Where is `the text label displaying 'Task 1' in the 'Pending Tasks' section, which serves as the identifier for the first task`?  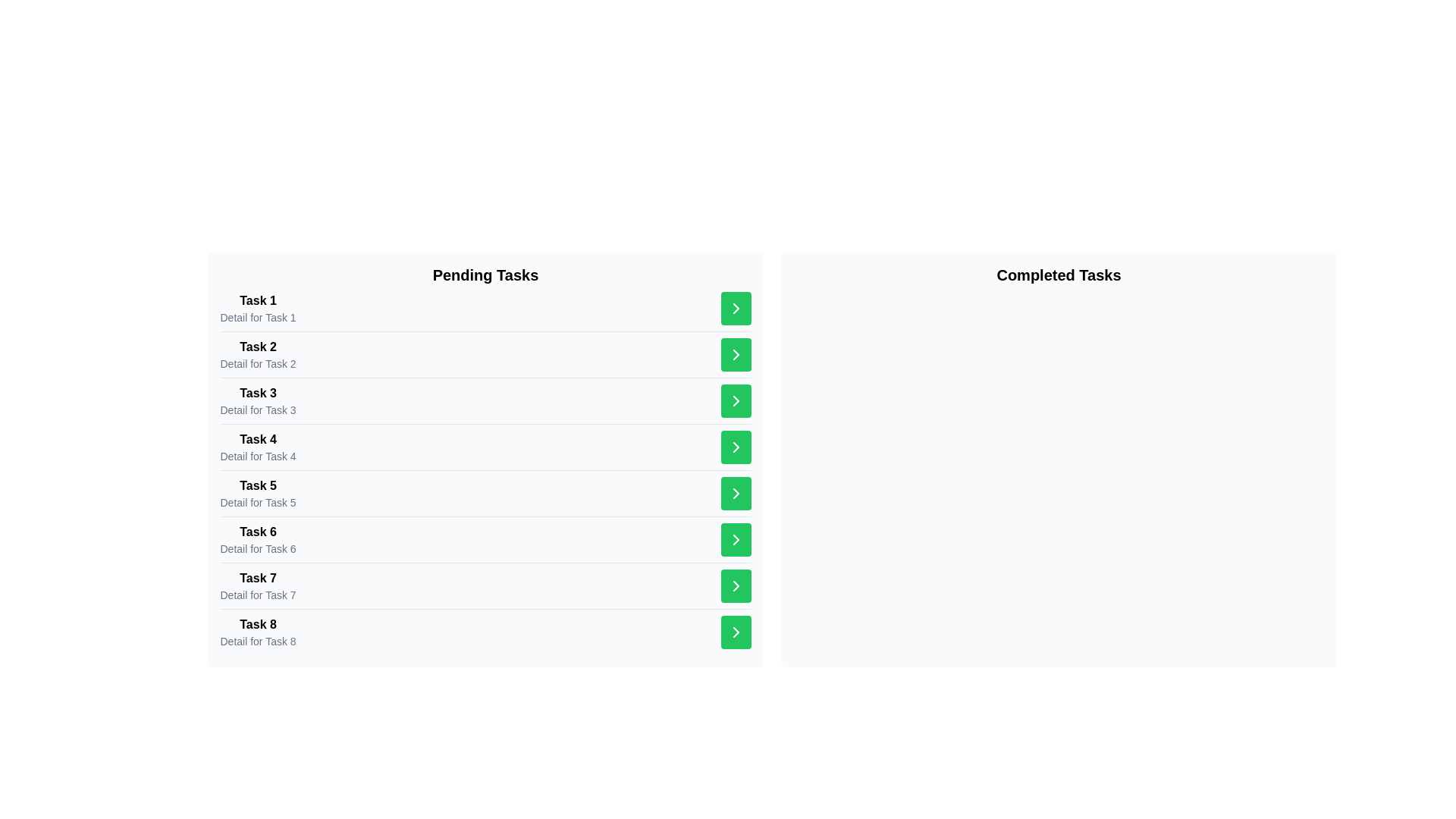
the text label displaying 'Task 1' in the 'Pending Tasks' section, which serves as the identifier for the first task is located at coordinates (258, 301).